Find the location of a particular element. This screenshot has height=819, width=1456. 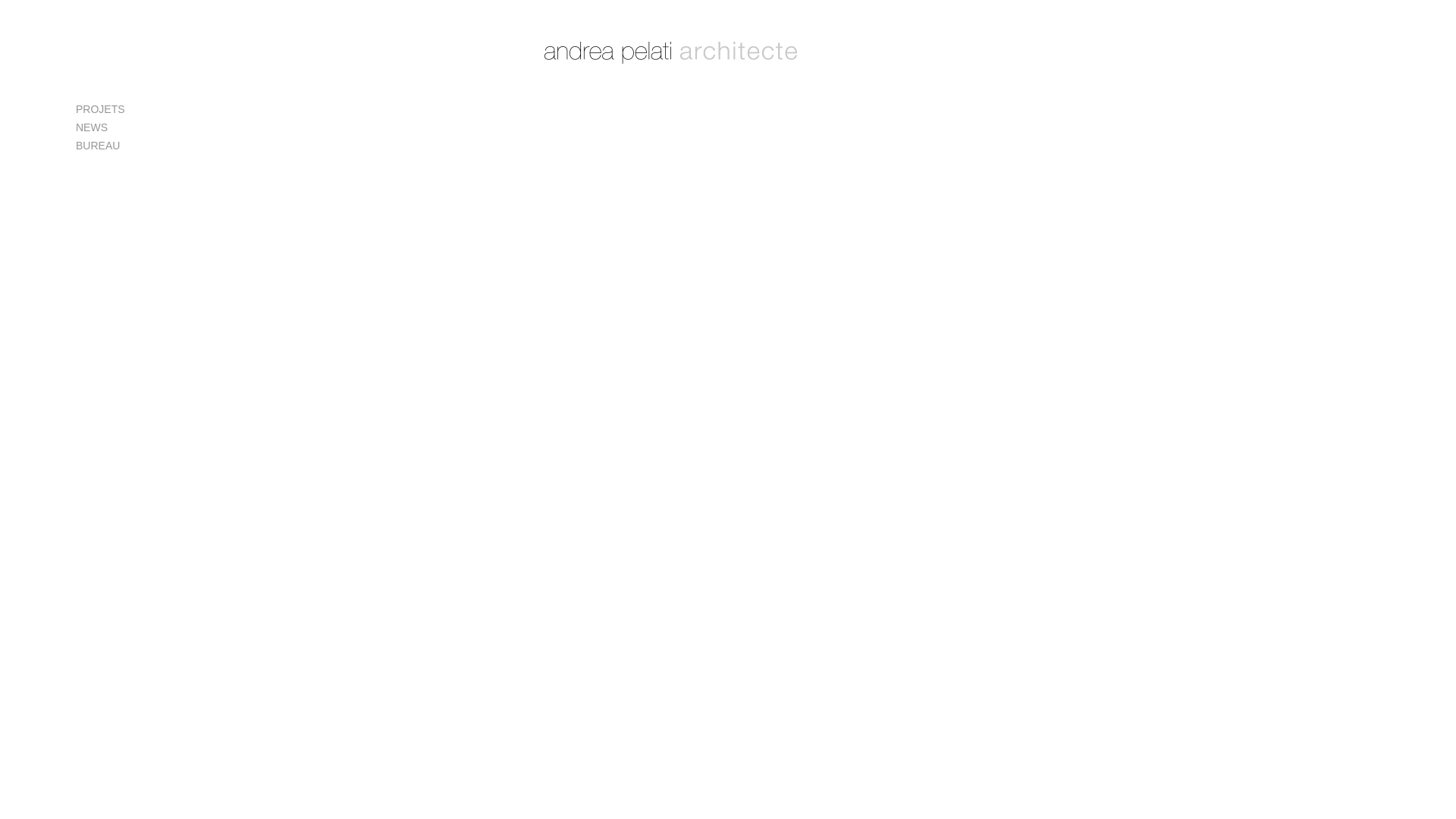

'BUREAU' is located at coordinates (134, 146).